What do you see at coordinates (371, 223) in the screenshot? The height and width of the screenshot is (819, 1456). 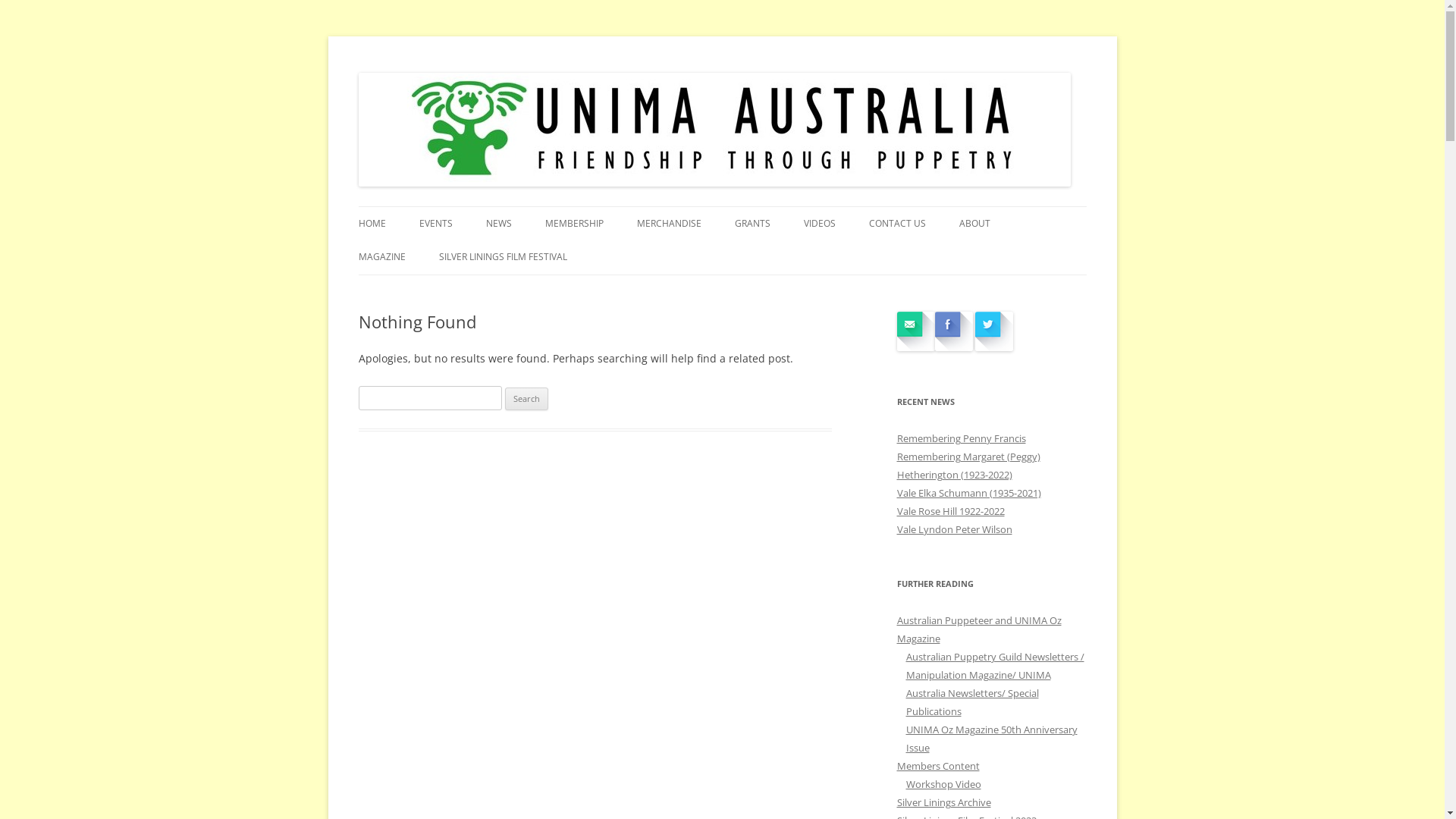 I see `'HOME'` at bounding box center [371, 223].